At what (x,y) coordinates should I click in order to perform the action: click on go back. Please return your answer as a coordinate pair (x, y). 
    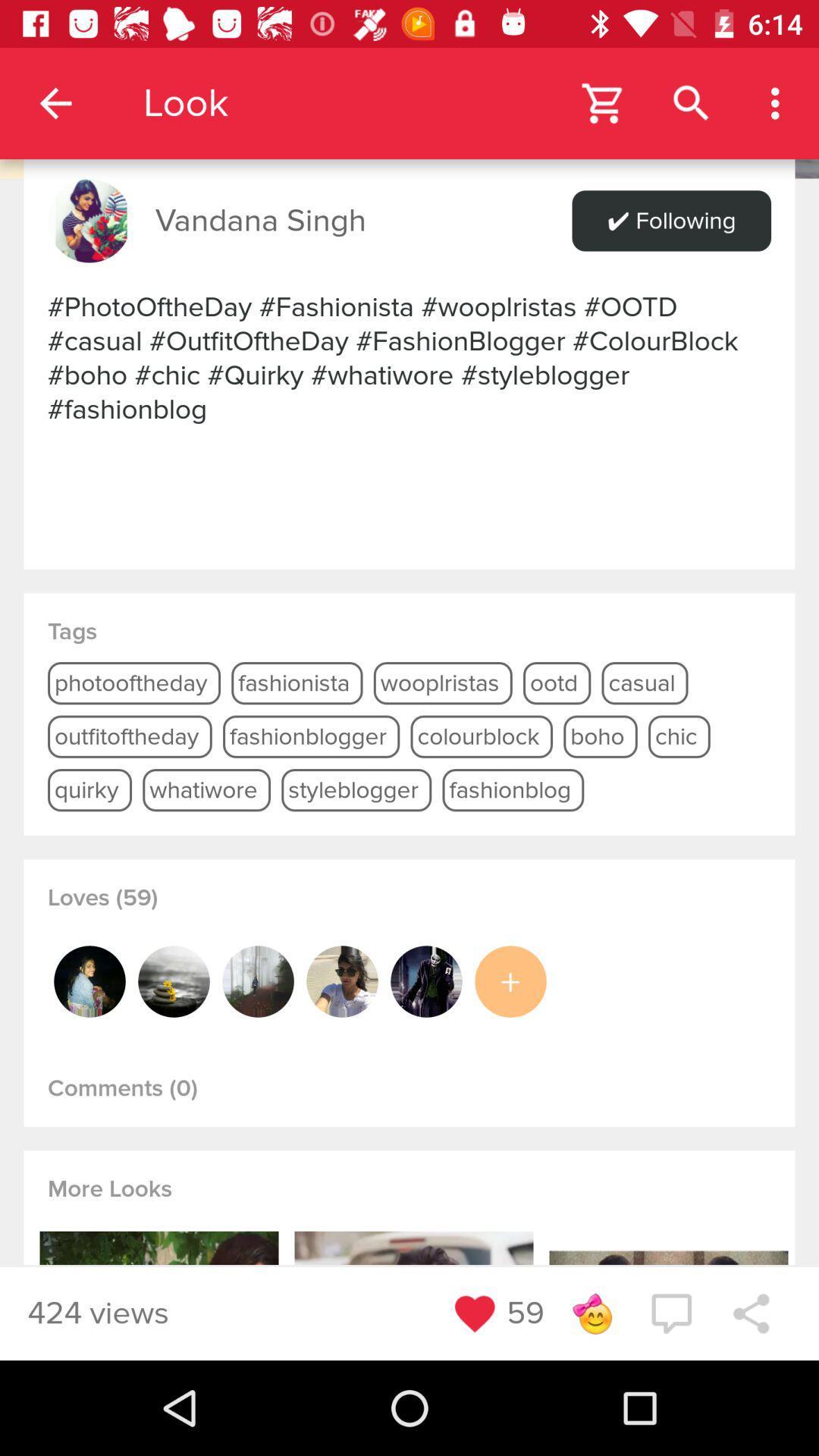
    Looking at the image, I should click on (409, 88).